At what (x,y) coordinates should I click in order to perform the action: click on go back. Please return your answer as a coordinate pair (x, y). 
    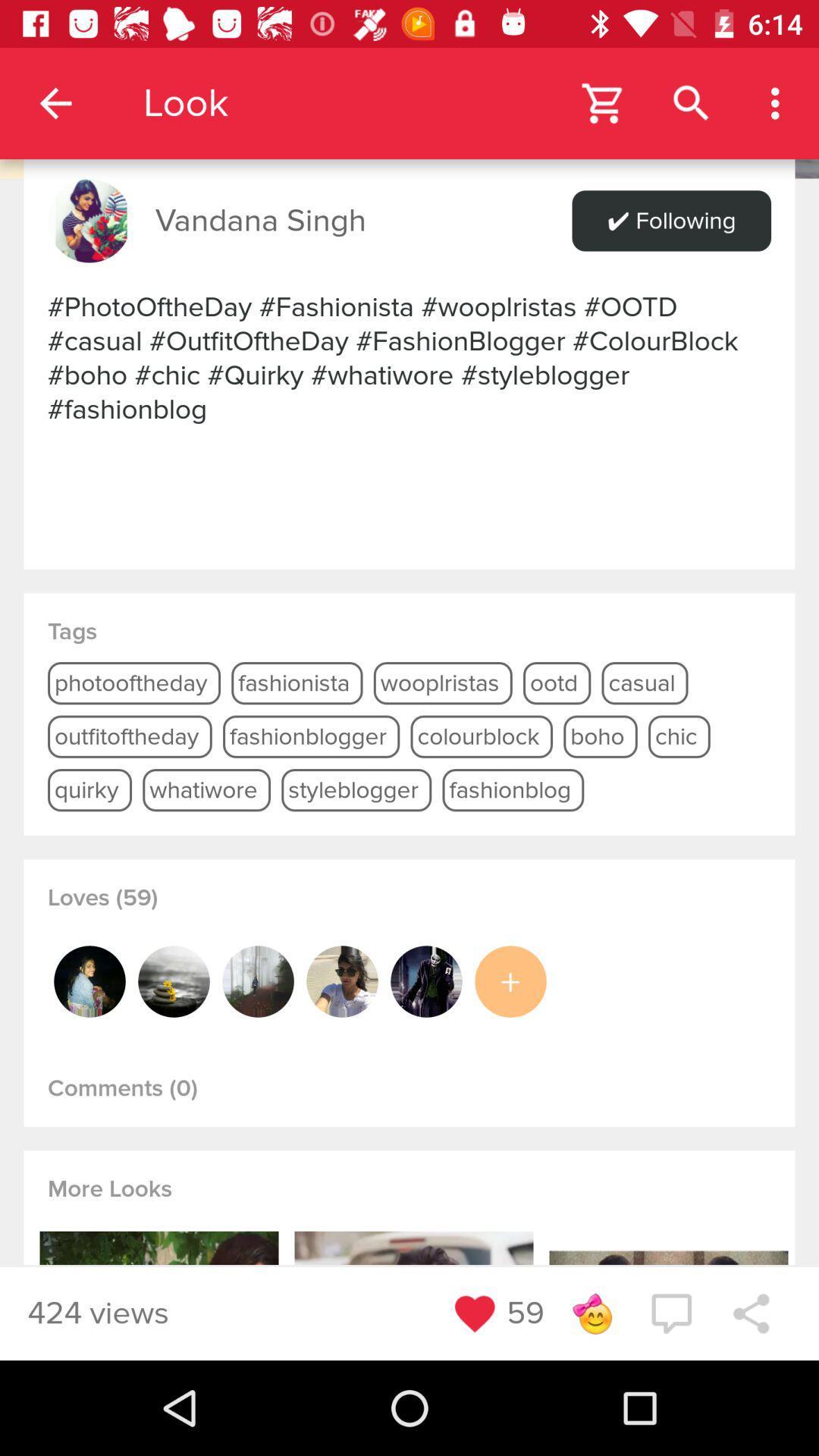
    Looking at the image, I should click on (409, 88).